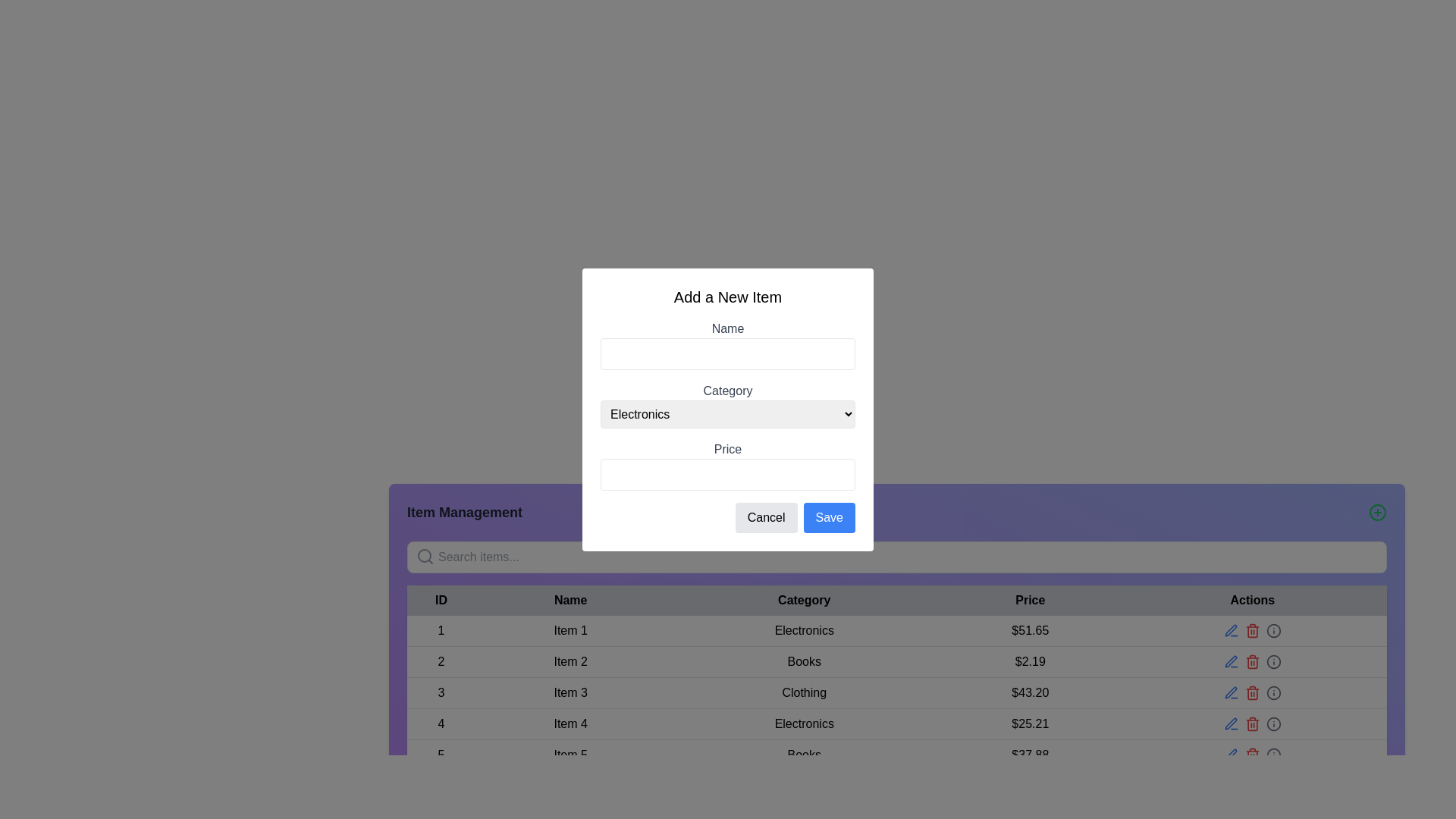 Image resolution: width=1456 pixels, height=819 pixels. What do you see at coordinates (1252, 661) in the screenshot?
I see `the delete icon button located in the Actions column of the second row in the table` at bounding box center [1252, 661].